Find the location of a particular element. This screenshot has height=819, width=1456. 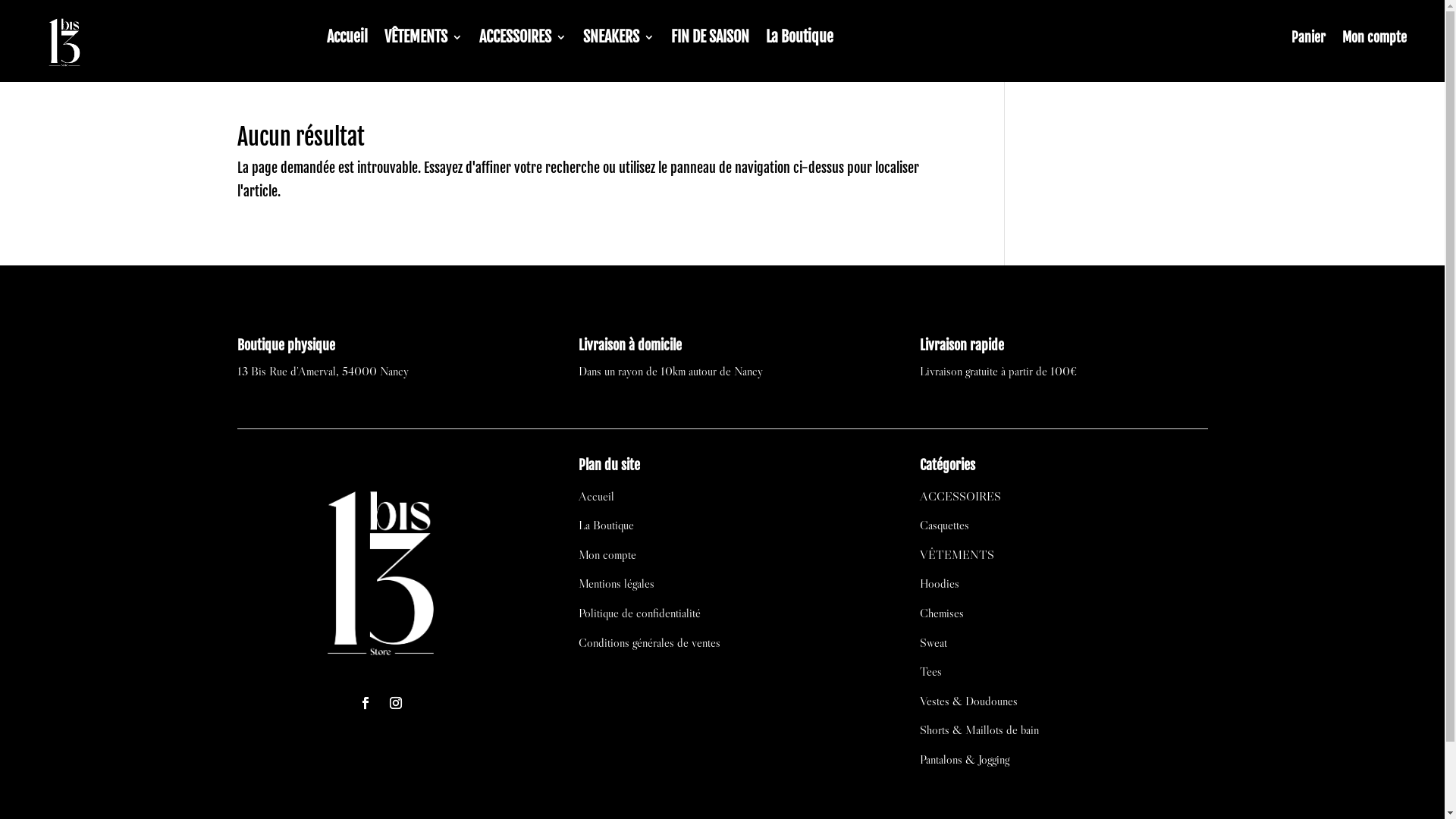

'Casquettes' is located at coordinates (943, 523).